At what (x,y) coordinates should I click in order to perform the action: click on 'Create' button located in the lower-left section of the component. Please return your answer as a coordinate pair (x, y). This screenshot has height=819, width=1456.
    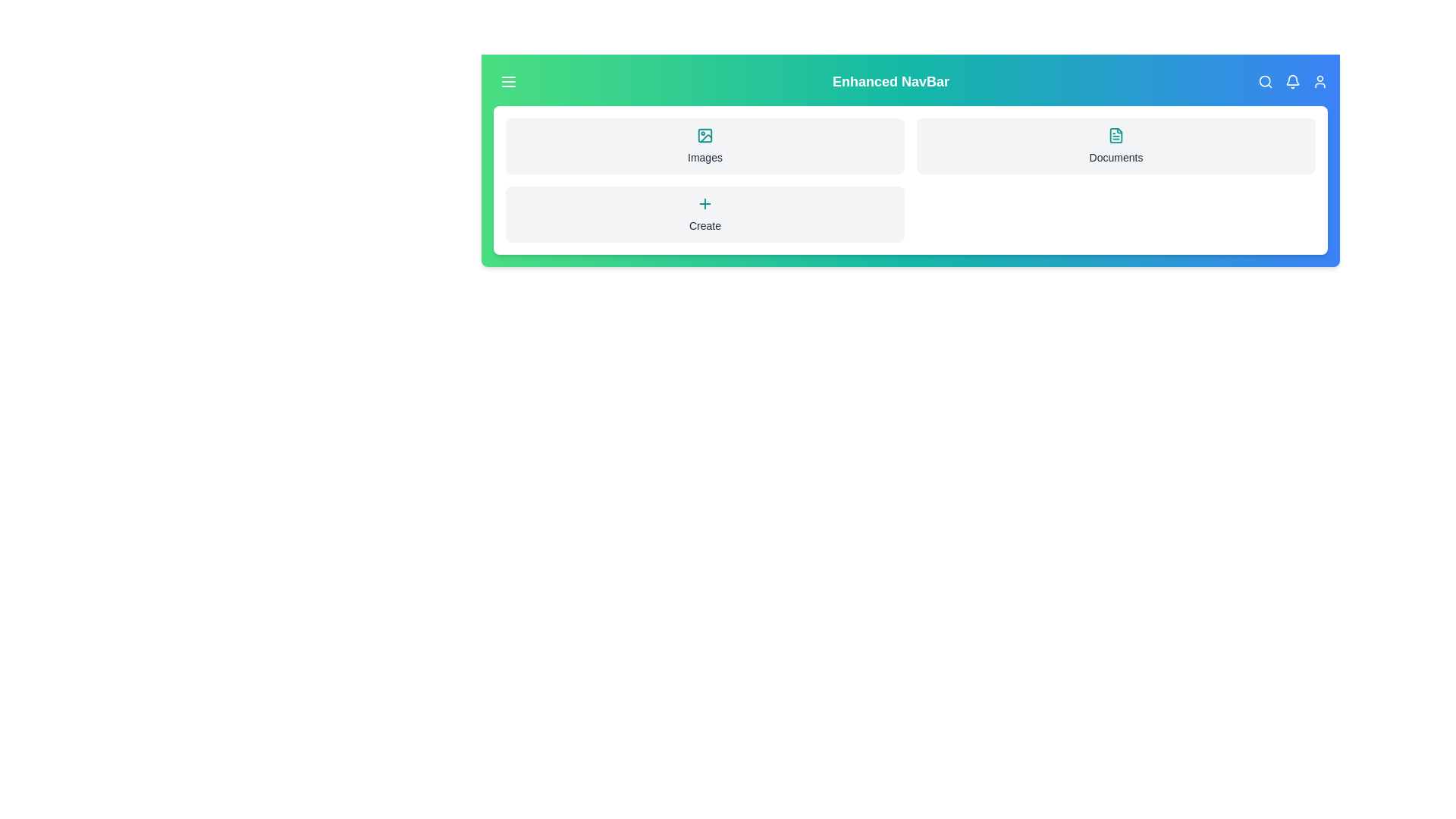
    Looking at the image, I should click on (704, 214).